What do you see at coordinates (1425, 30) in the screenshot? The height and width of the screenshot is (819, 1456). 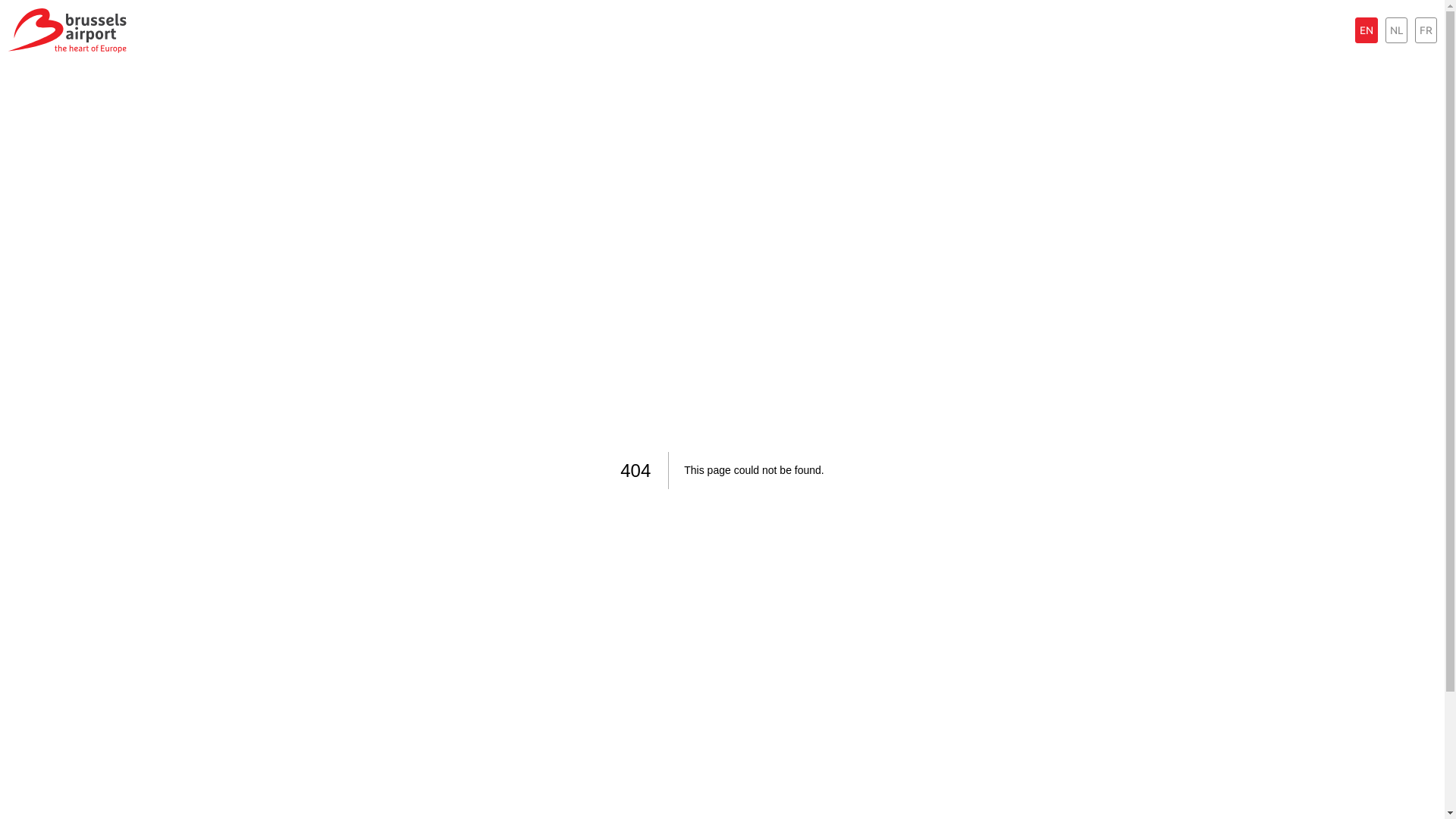 I see `'FR'` at bounding box center [1425, 30].